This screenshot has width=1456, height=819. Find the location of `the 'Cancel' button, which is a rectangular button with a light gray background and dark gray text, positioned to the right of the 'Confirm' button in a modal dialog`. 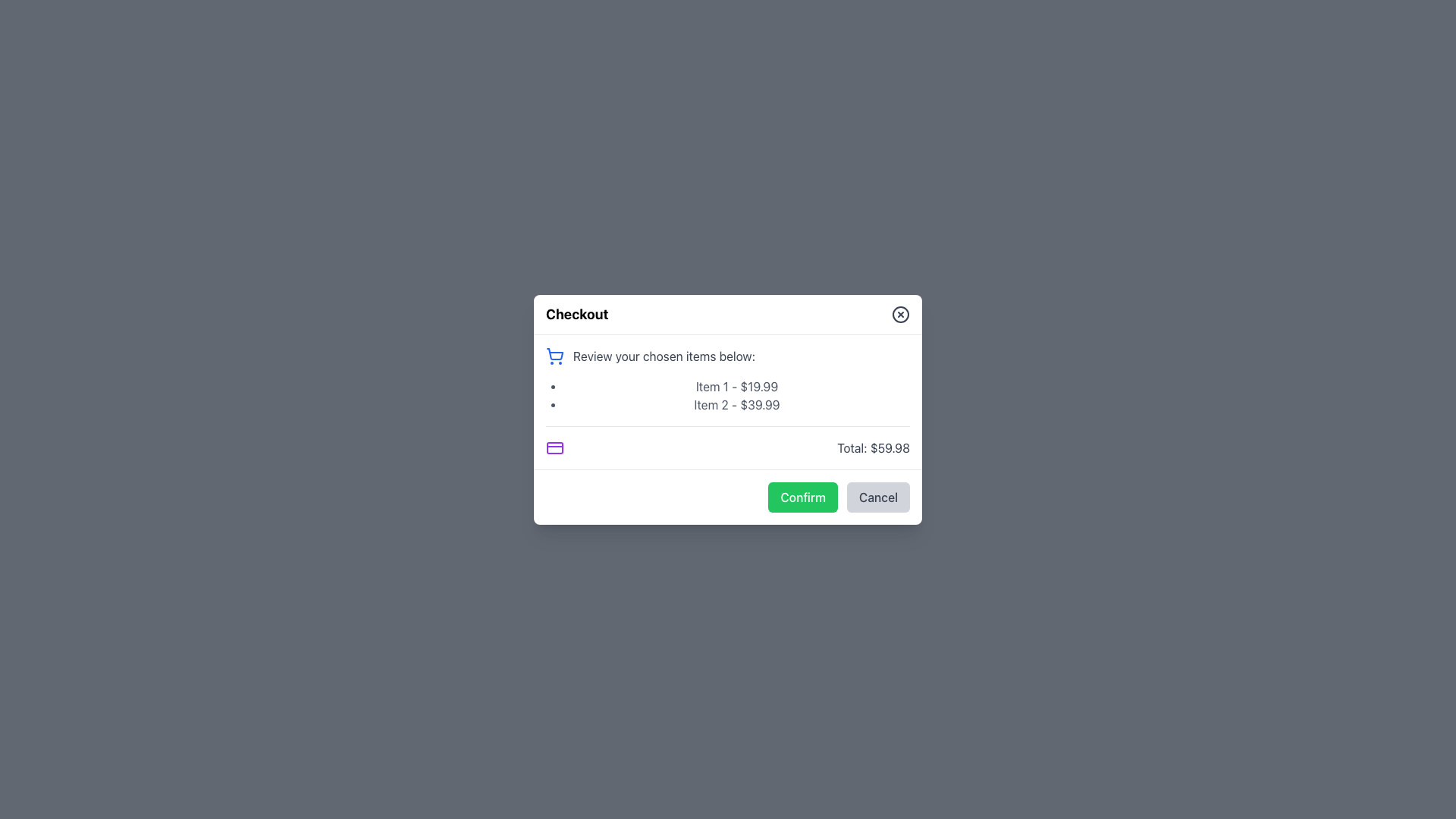

the 'Cancel' button, which is a rectangular button with a light gray background and dark gray text, positioned to the right of the 'Confirm' button in a modal dialog is located at coordinates (878, 497).